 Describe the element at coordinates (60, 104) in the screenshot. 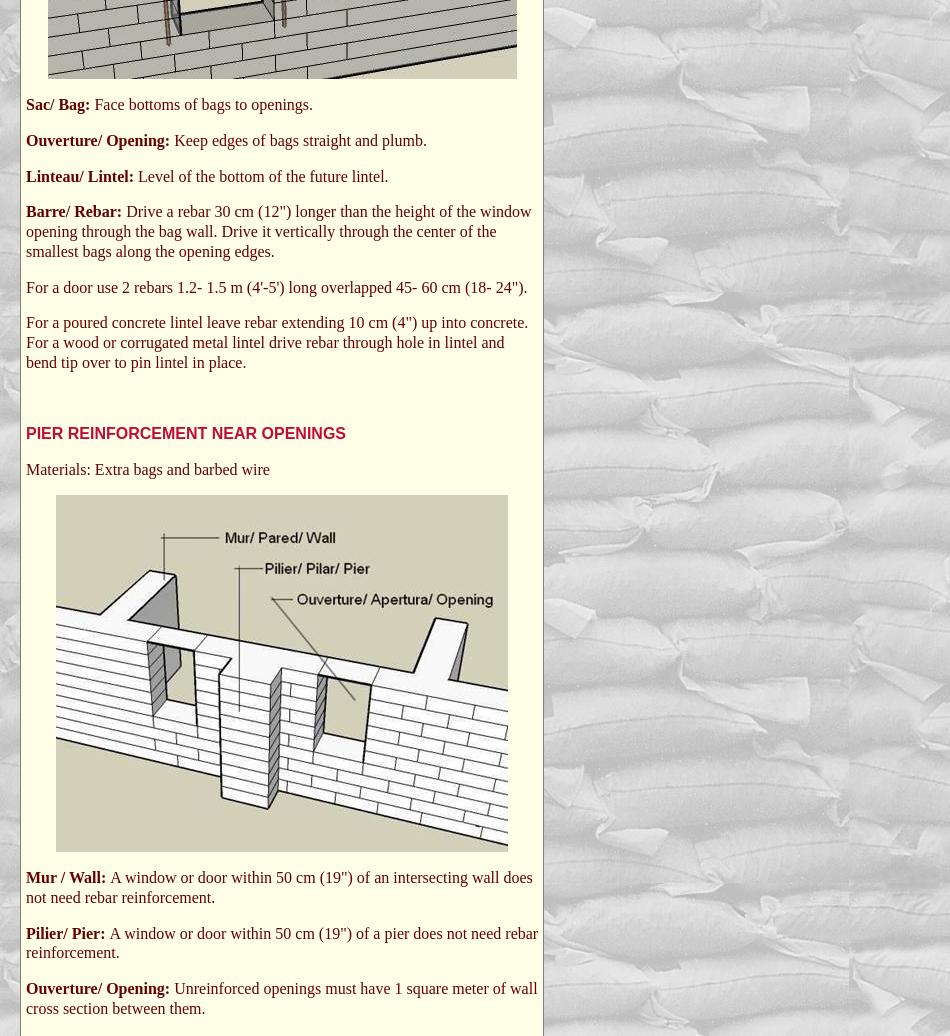

I see `'Sac/ Bag:'` at that location.